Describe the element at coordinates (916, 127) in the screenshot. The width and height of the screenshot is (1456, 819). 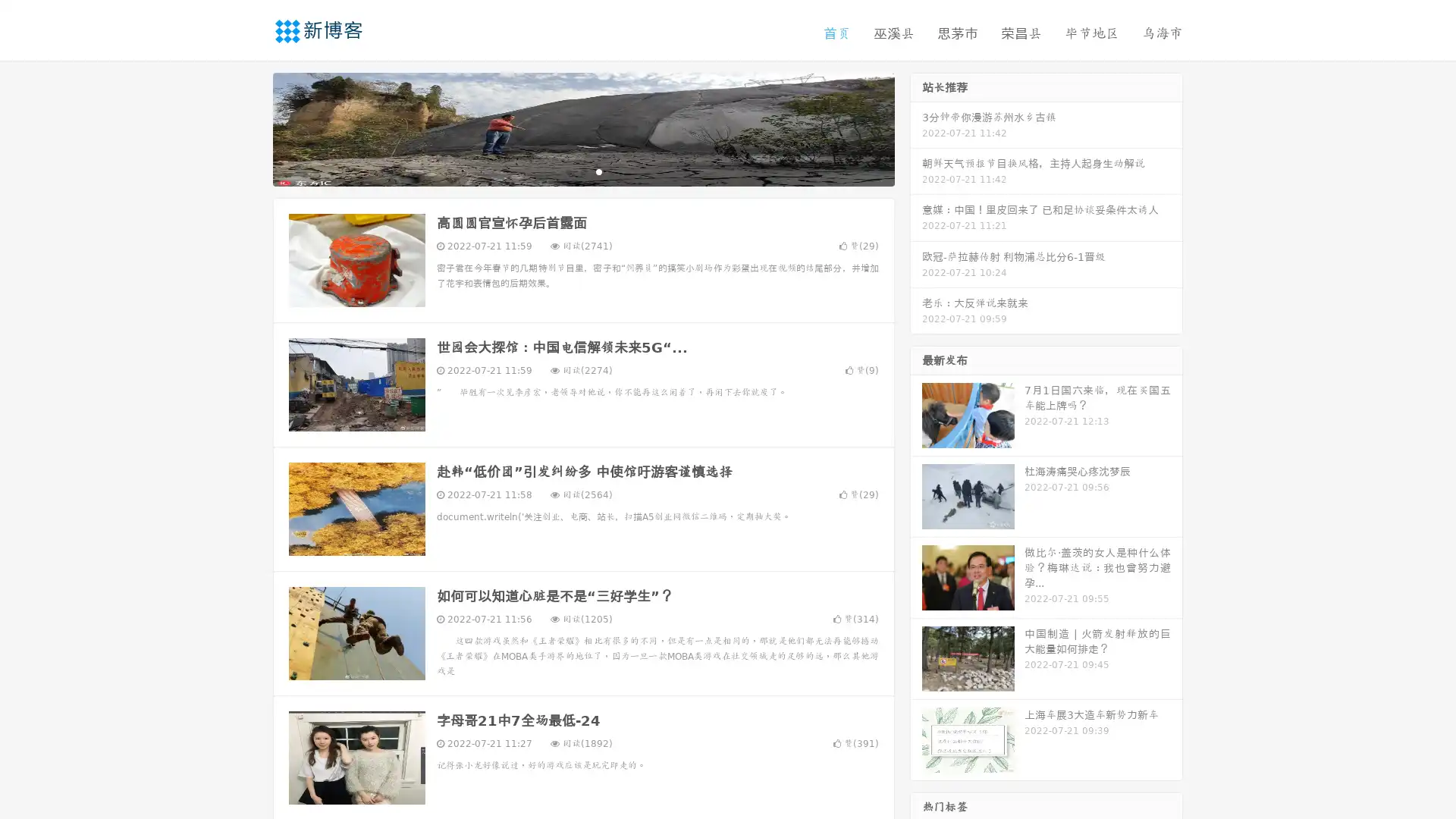
I see `Next slide` at that location.